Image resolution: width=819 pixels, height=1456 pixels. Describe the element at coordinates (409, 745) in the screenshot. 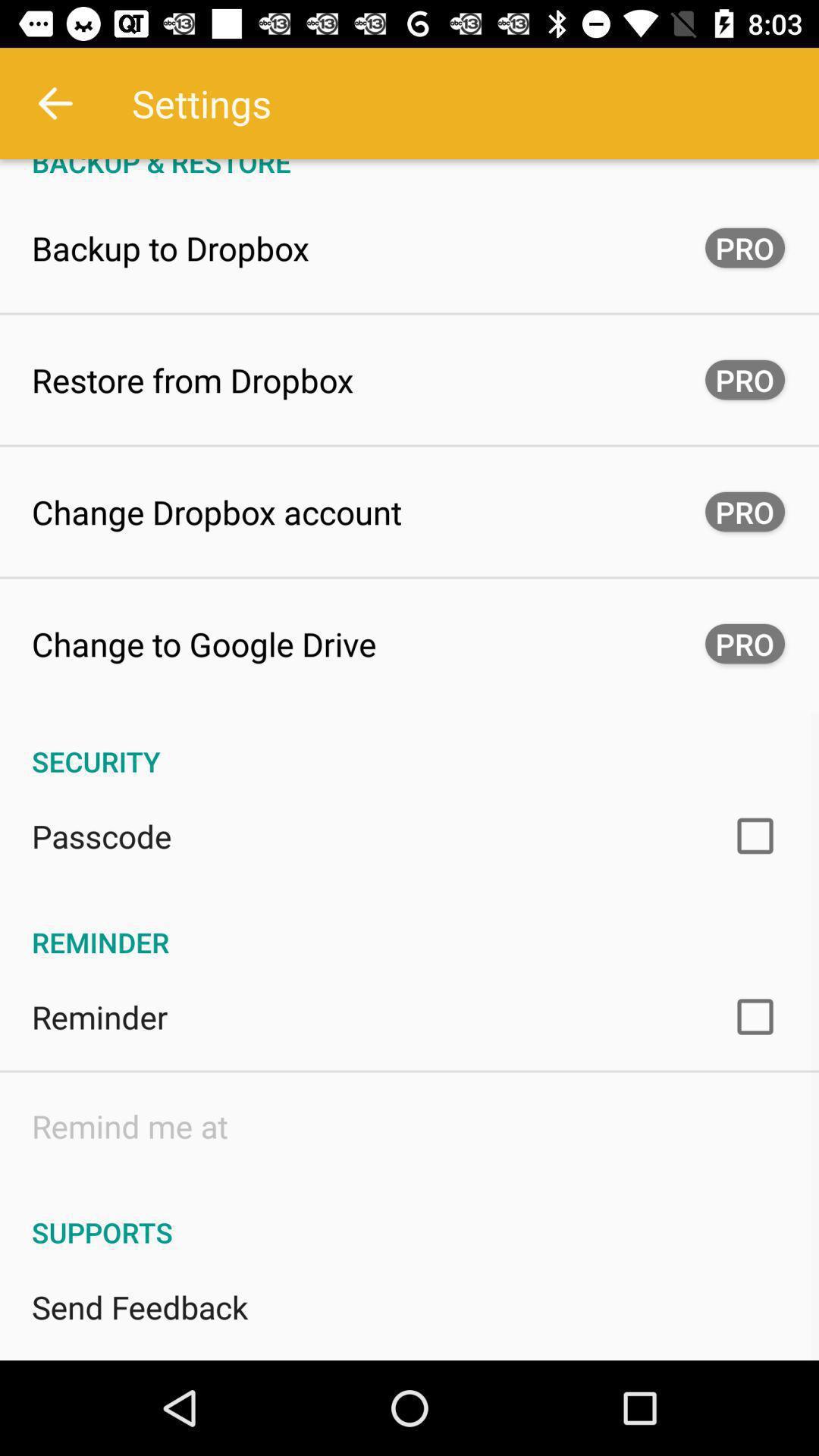

I see `the icon below change to google app` at that location.